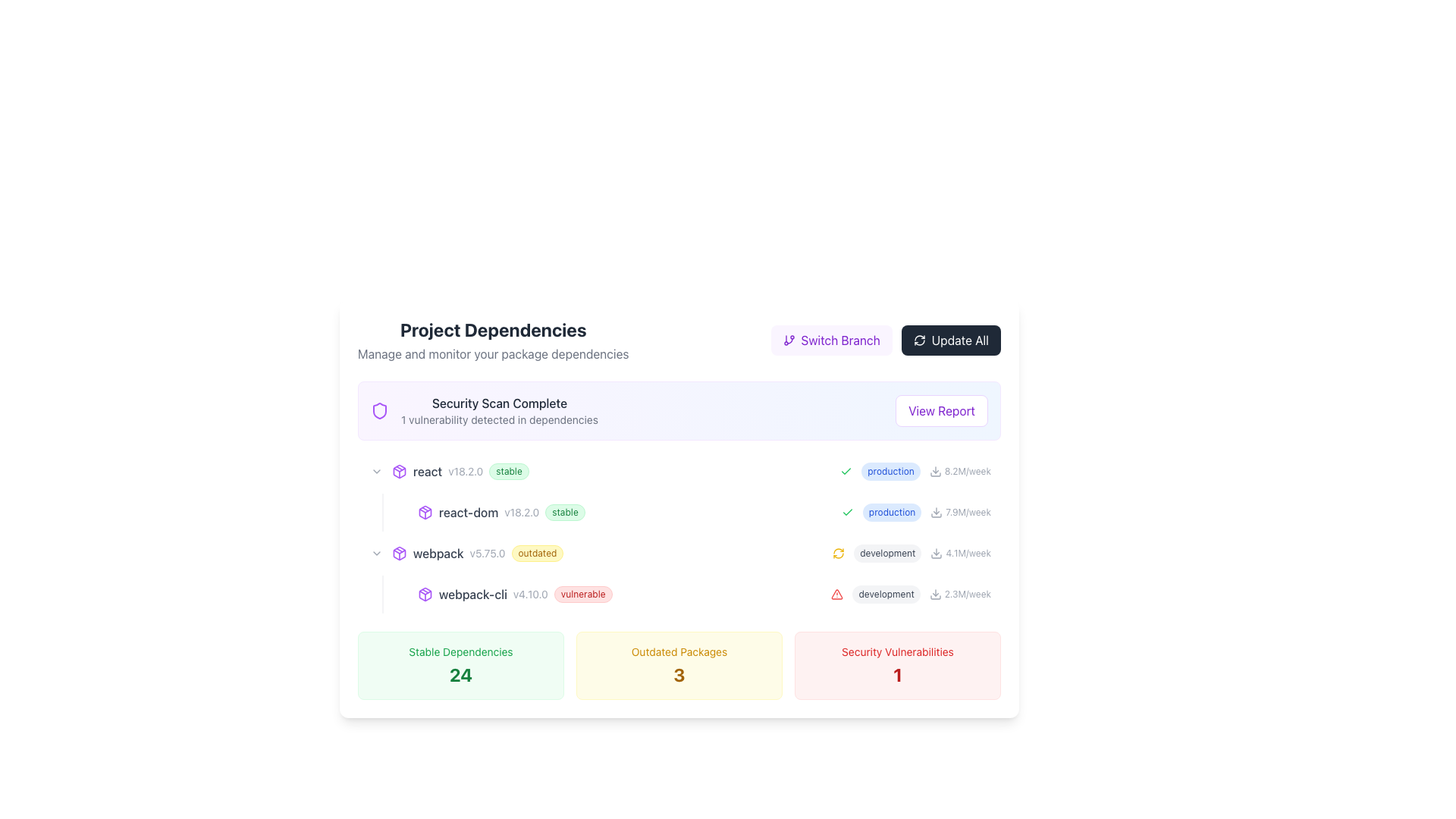  I want to click on the 'Security Vulnerabilities' label, which is styled in red and positioned above the numeral '1' in a light red card-like section, so click(898, 651).